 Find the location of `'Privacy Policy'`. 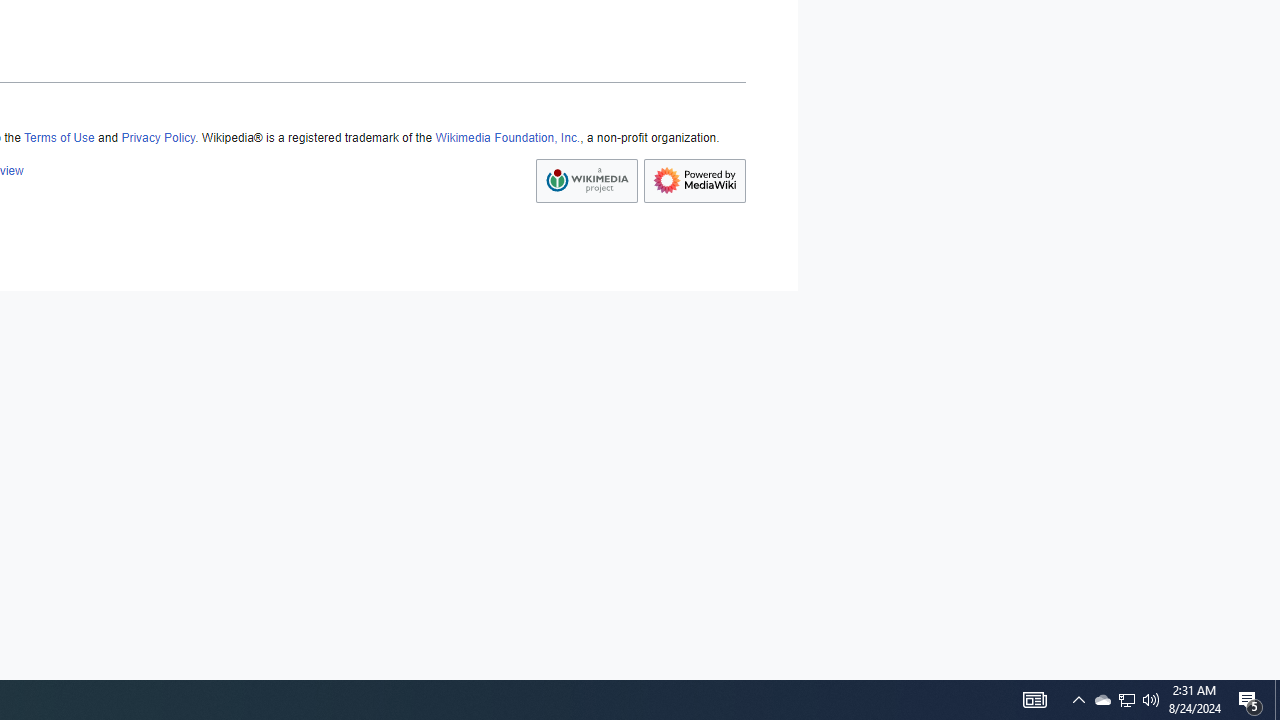

'Privacy Policy' is located at coordinates (157, 137).